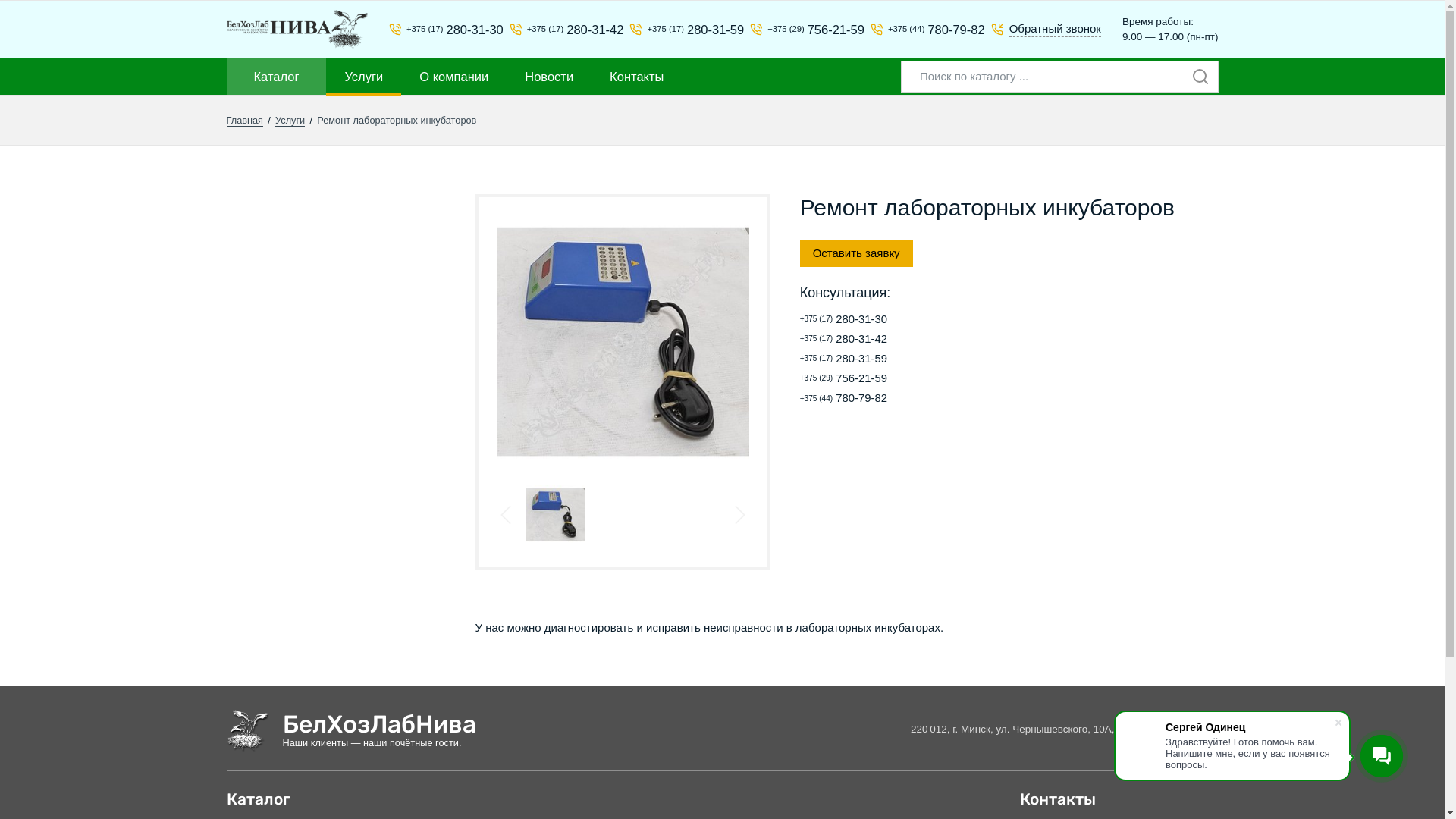  I want to click on '+375 (17), so click(799, 359).